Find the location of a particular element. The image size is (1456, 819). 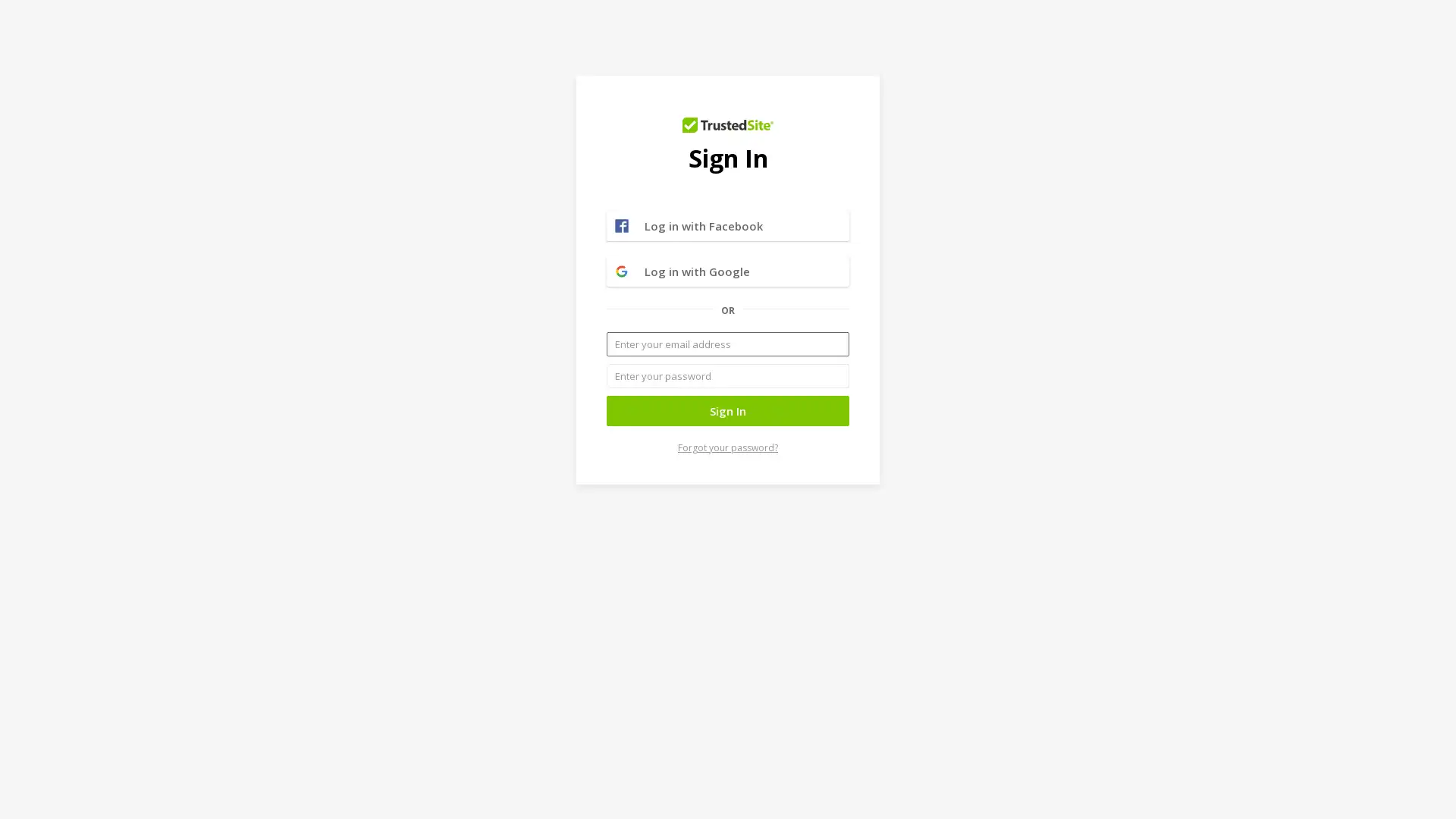

Log in with Google is located at coordinates (728, 271).